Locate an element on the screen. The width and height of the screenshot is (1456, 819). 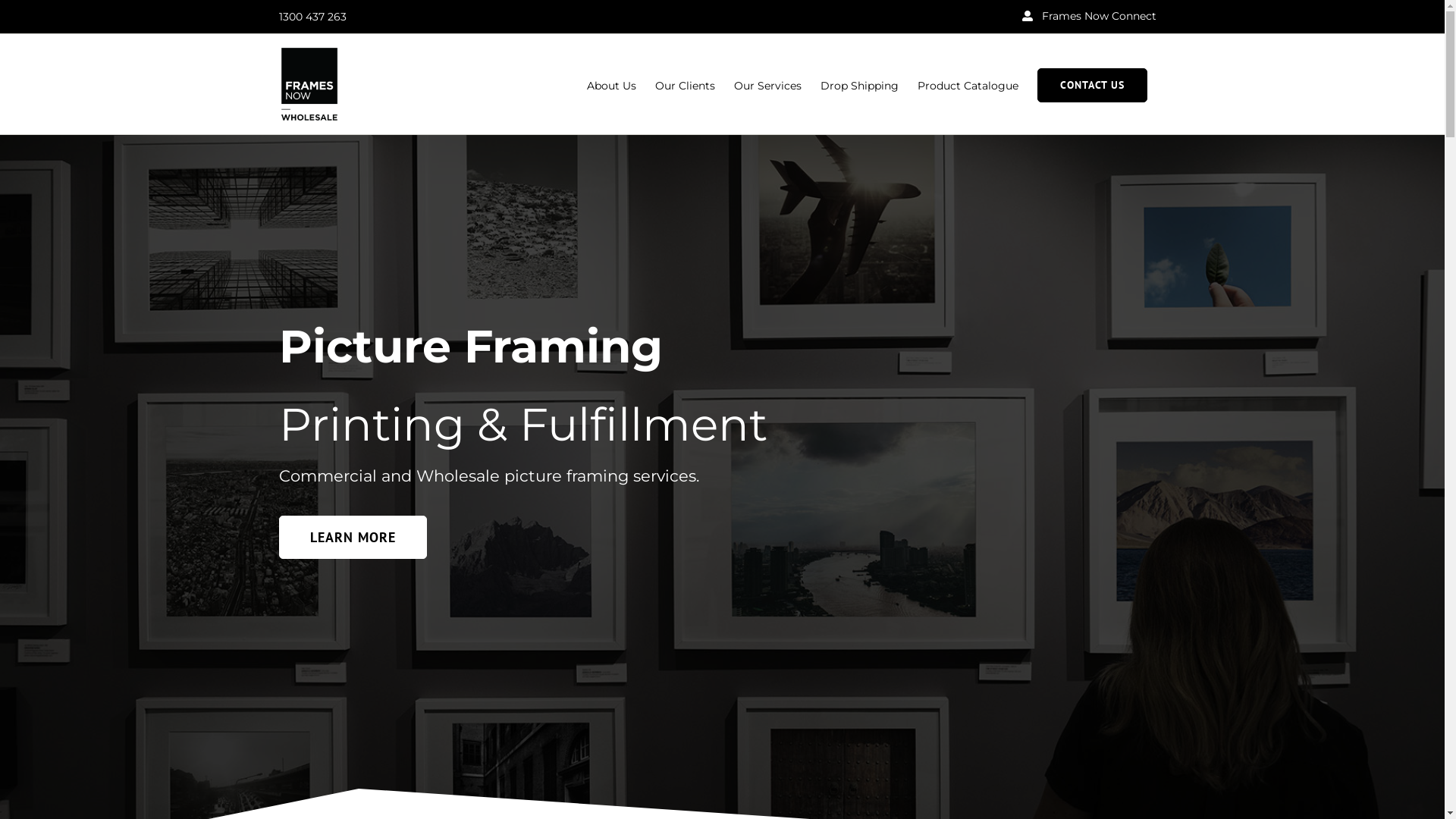
'Our Services' is located at coordinates (767, 84).